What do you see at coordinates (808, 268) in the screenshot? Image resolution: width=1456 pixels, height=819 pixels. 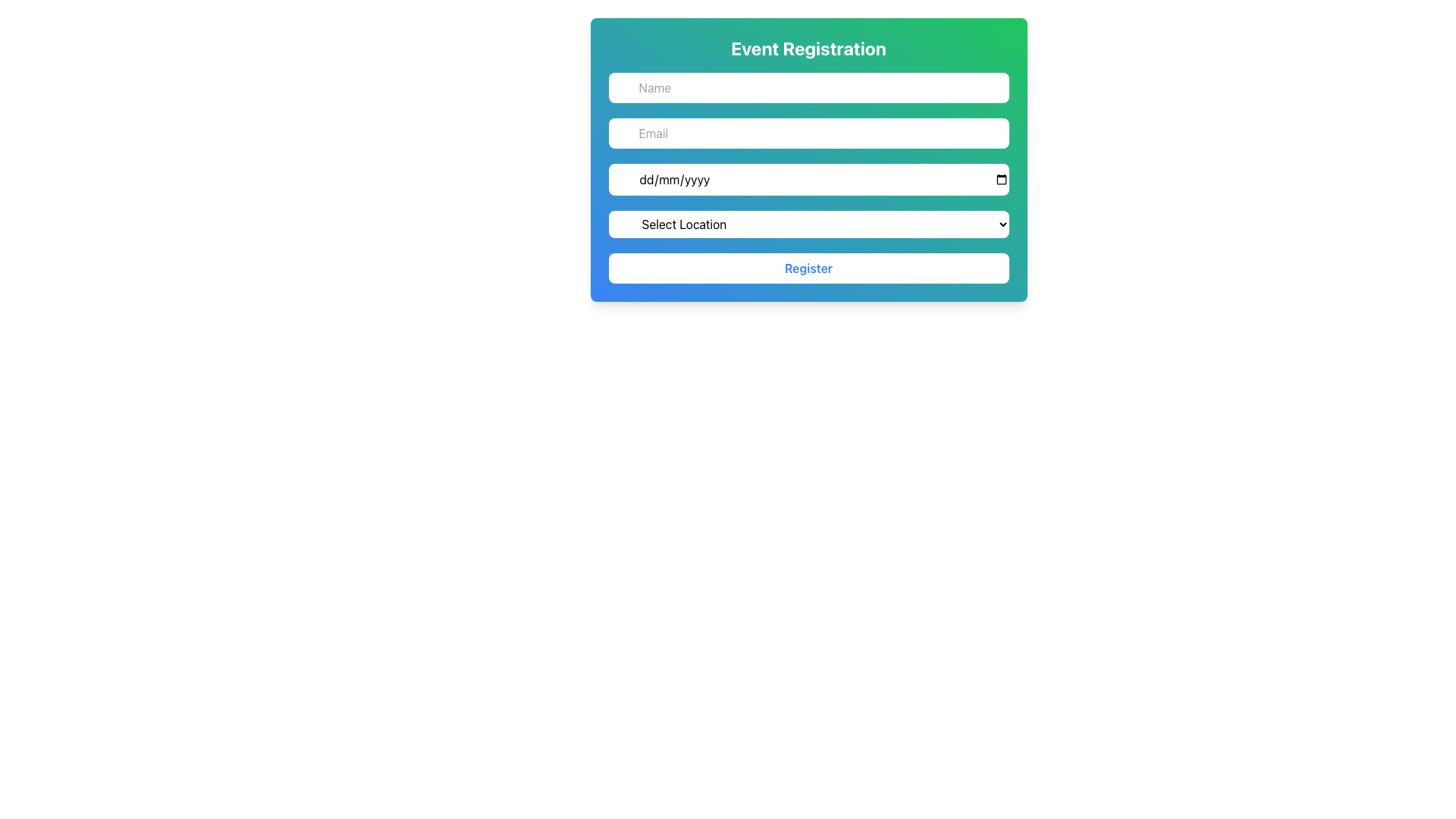 I see `the submission button located at the bottom of the form interface, directly beneath the 'Select Location' dropdown` at bounding box center [808, 268].